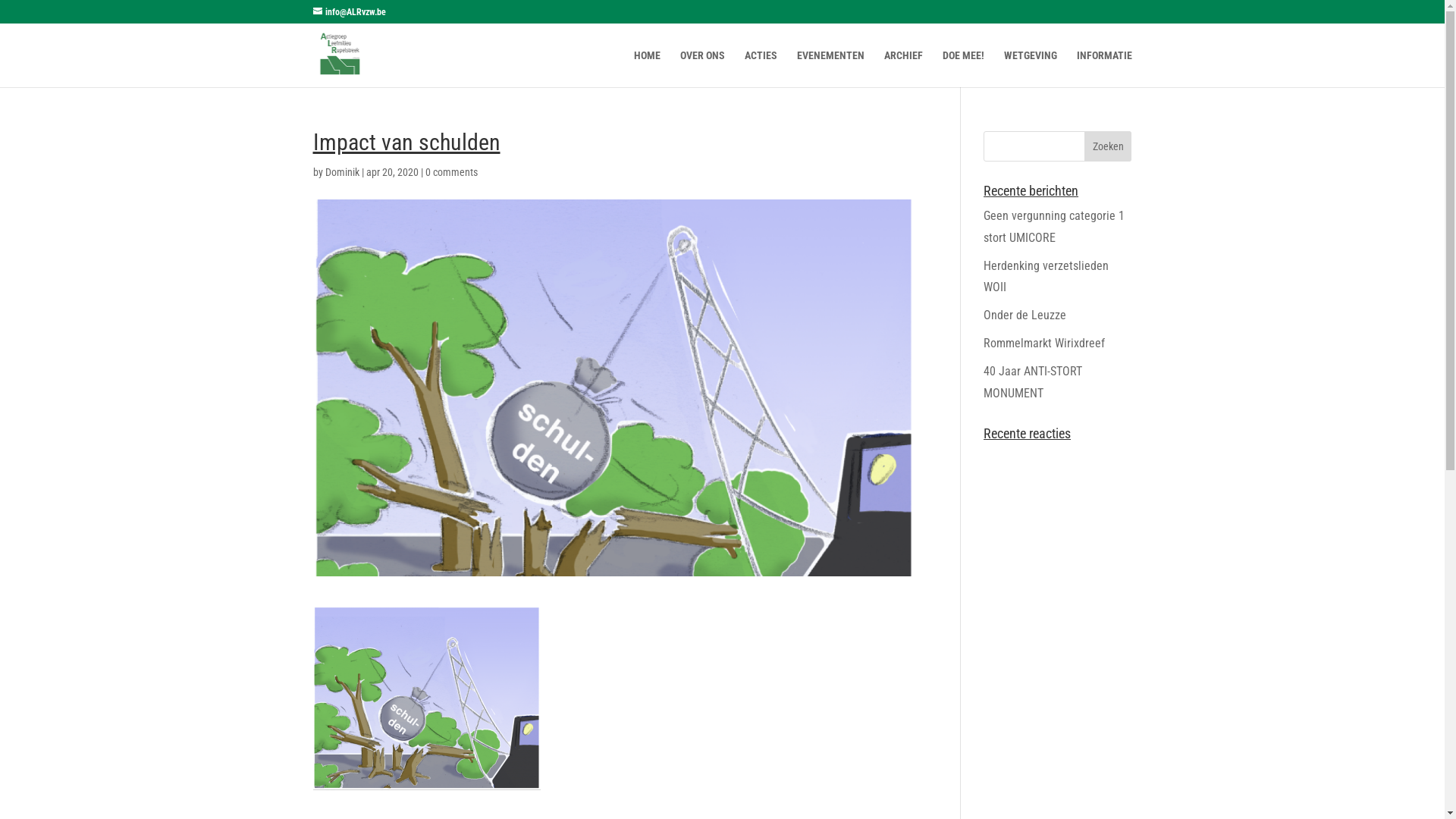 This screenshot has height=819, width=1456. What do you see at coordinates (633, 68) in the screenshot?
I see `'HOME'` at bounding box center [633, 68].